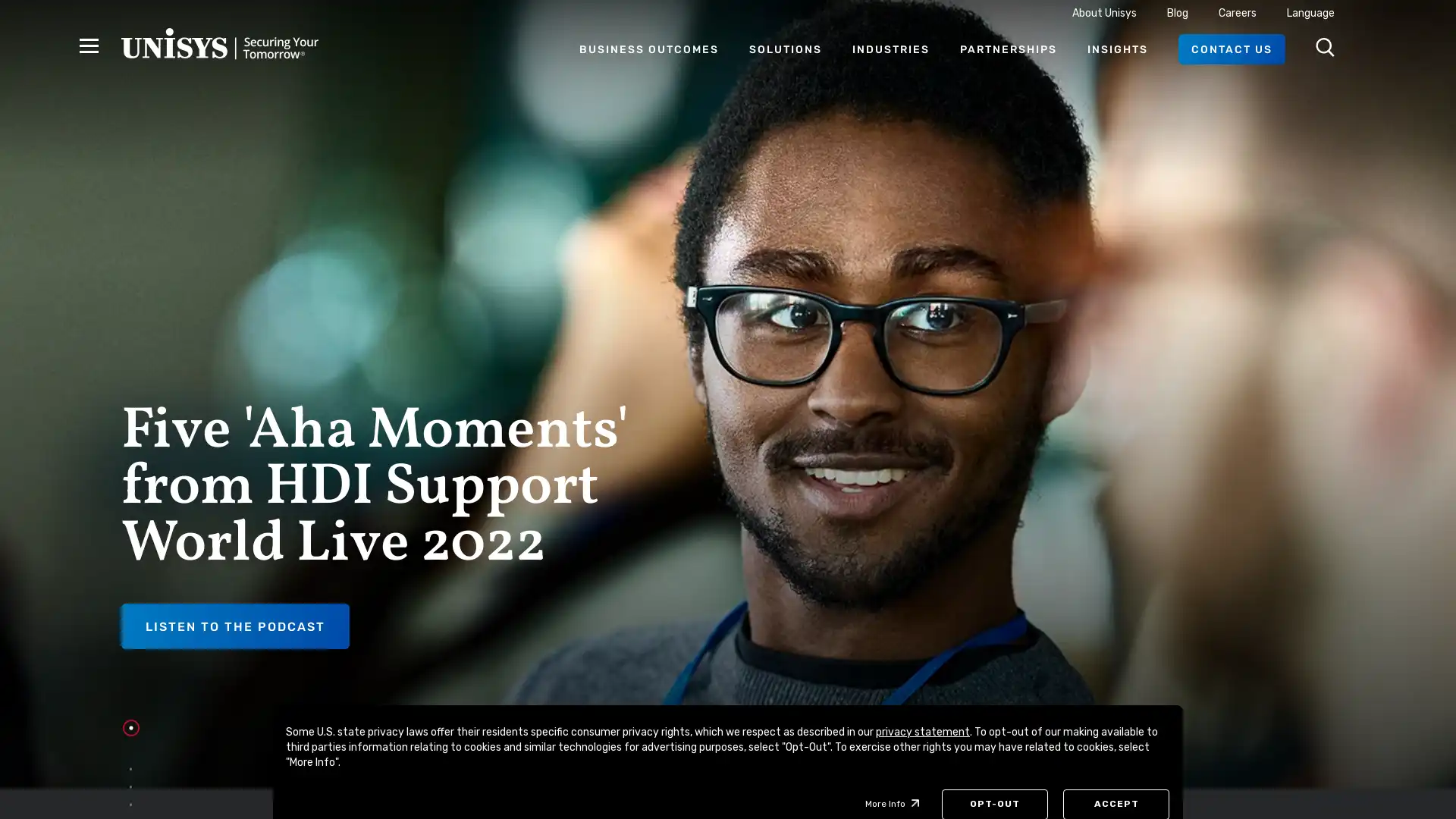 The height and width of the screenshot is (819, 1456). I want to click on Language, so click(1310, 14).